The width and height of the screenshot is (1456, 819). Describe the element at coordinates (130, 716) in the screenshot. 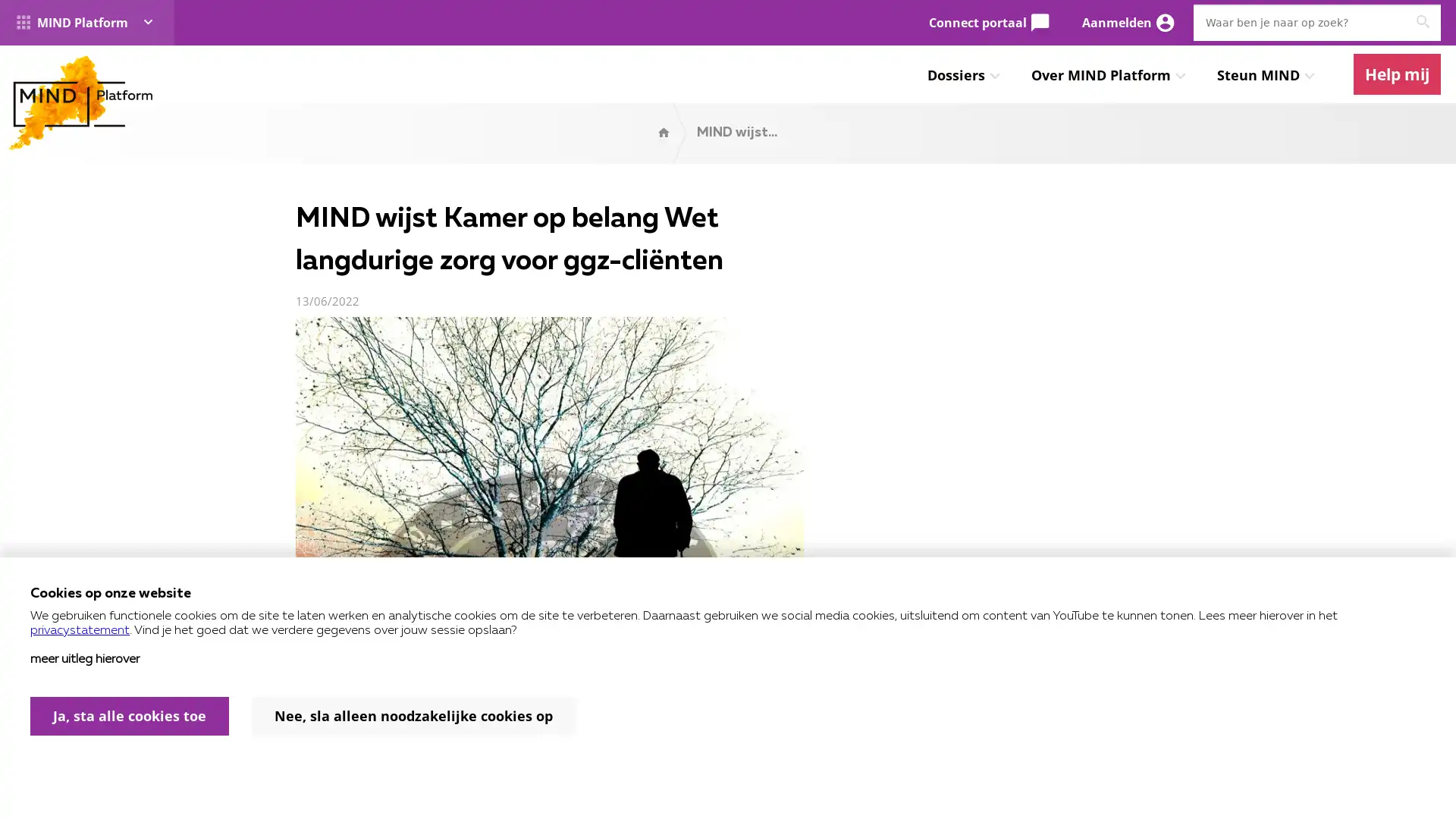

I see `Ja, sta alle cookies toe` at that location.